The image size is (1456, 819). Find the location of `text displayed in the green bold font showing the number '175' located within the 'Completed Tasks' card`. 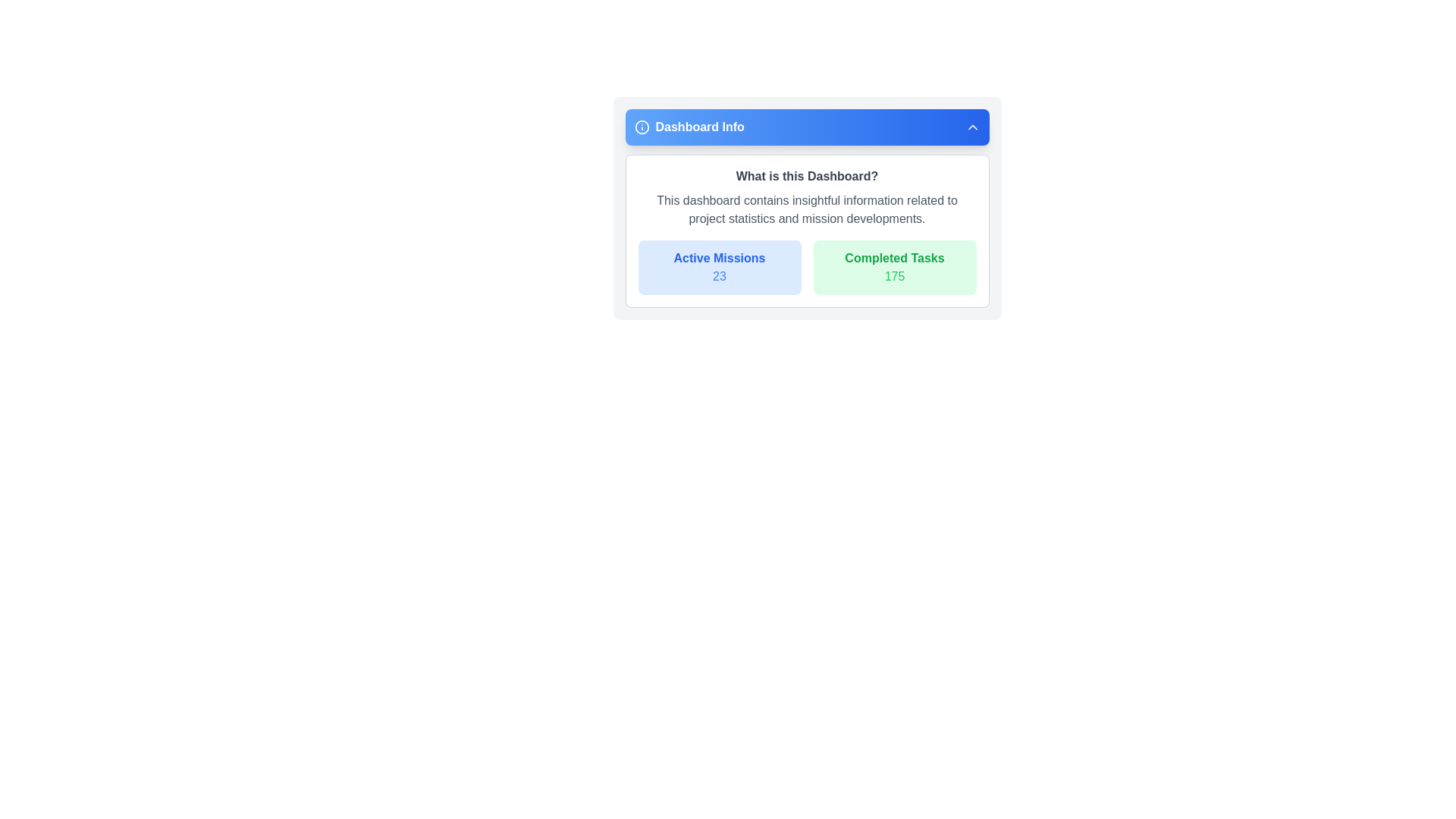

text displayed in the green bold font showing the number '175' located within the 'Completed Tasks' card is located at coordinates (895, 277).